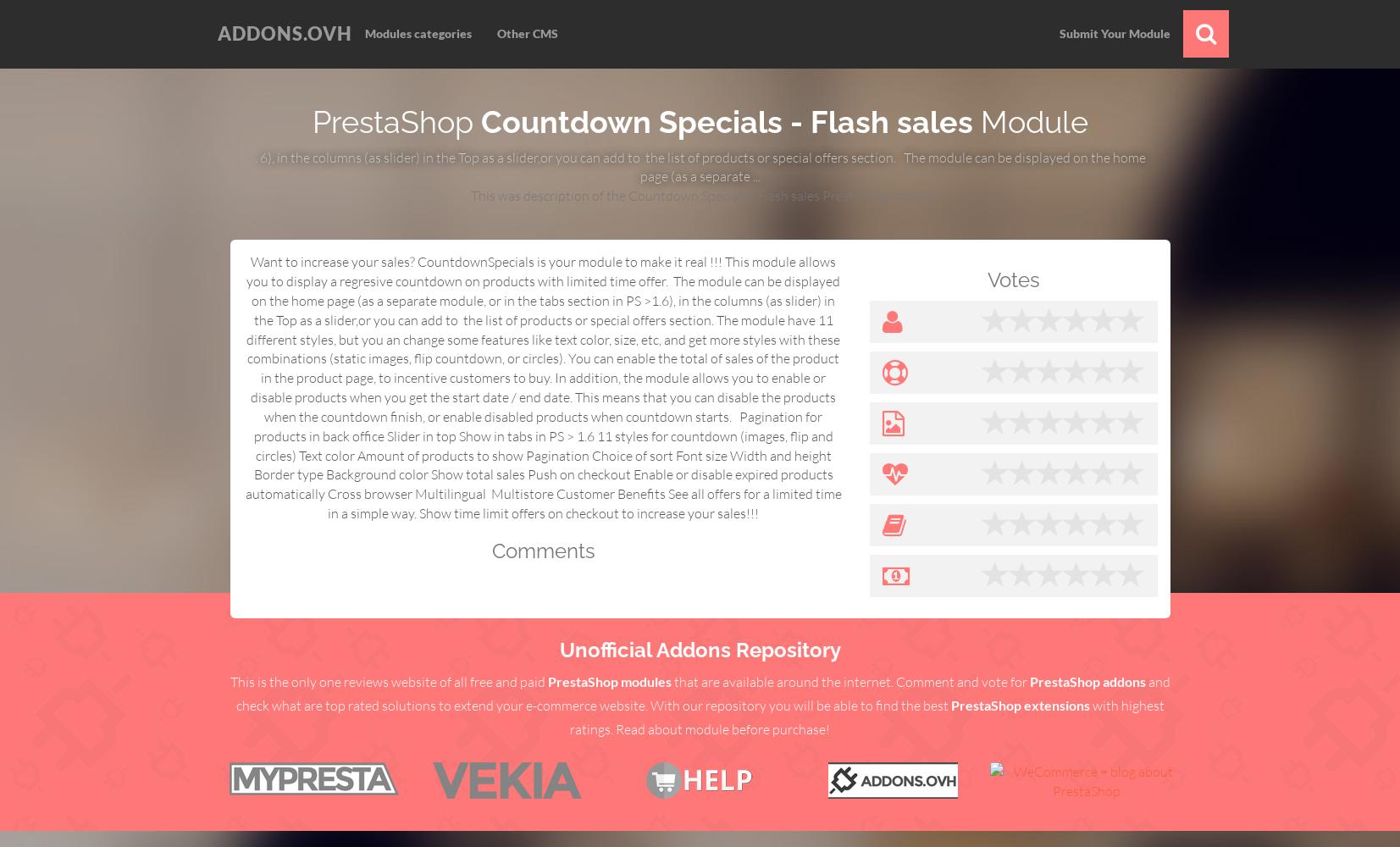  Describe the element at coordinates (253, 165) in the screenshot. I see `'. 6), in the columns (as slider) in the Top as a slider,or you can add to  the list of products or special offers section.   The module can be displayed on the home page (as a separate ...'` at that location.